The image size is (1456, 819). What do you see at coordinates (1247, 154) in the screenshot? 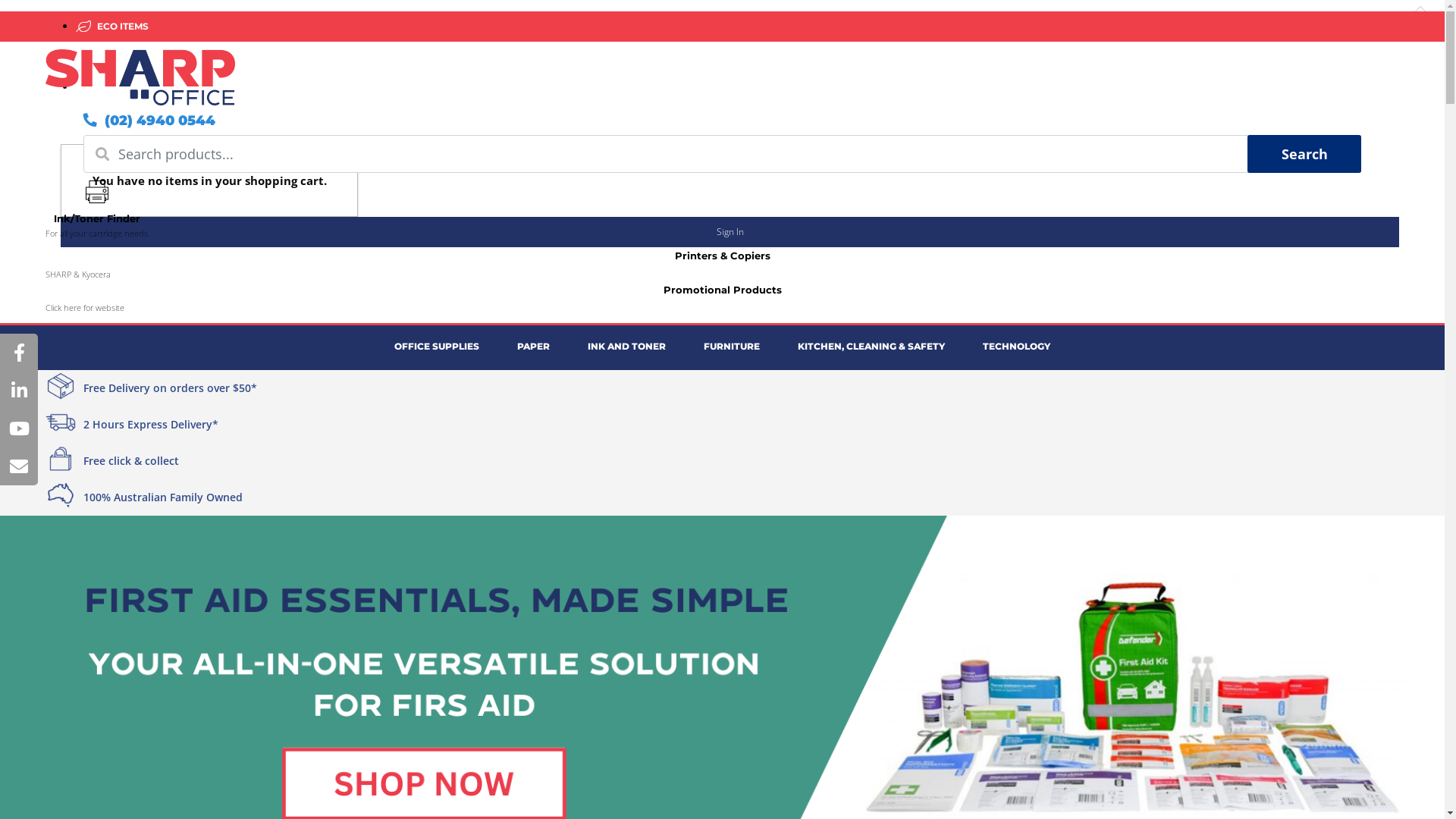
I see `'Search'` at bounding box center [1247, 154].